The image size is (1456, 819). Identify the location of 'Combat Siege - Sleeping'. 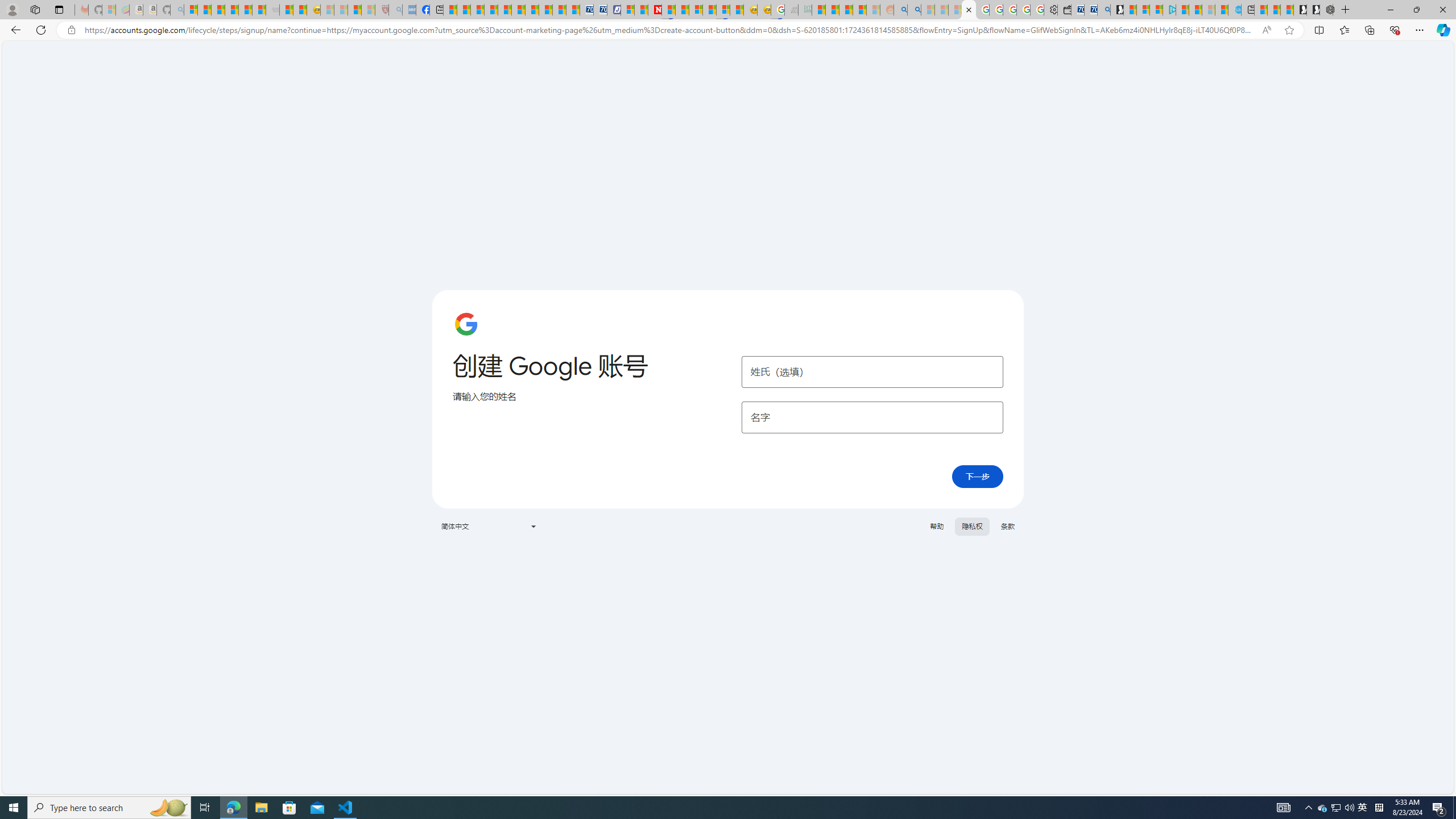
(271, 9).